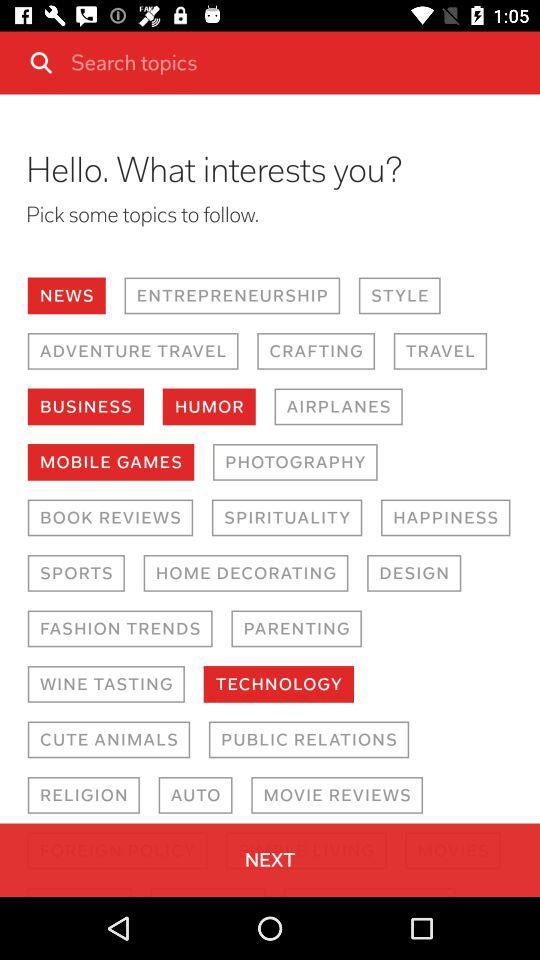  What do you see at coordinates (231, 294) in the screenshot?
I see `the item next to the style icon` at bounding box center [231, 294].